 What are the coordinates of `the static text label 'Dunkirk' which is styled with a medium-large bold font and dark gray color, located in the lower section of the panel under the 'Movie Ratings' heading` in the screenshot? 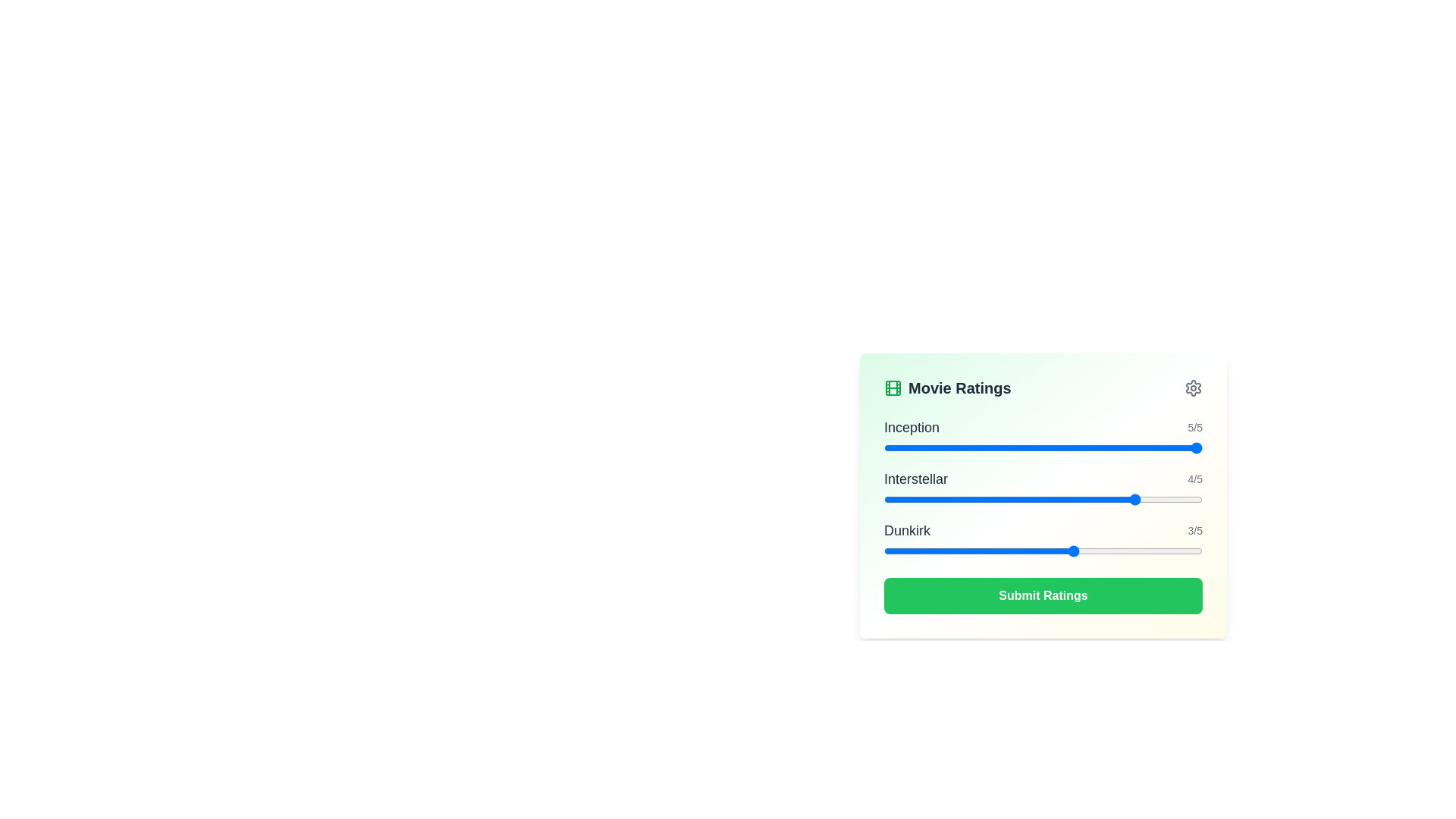 It's located at (907, 529).